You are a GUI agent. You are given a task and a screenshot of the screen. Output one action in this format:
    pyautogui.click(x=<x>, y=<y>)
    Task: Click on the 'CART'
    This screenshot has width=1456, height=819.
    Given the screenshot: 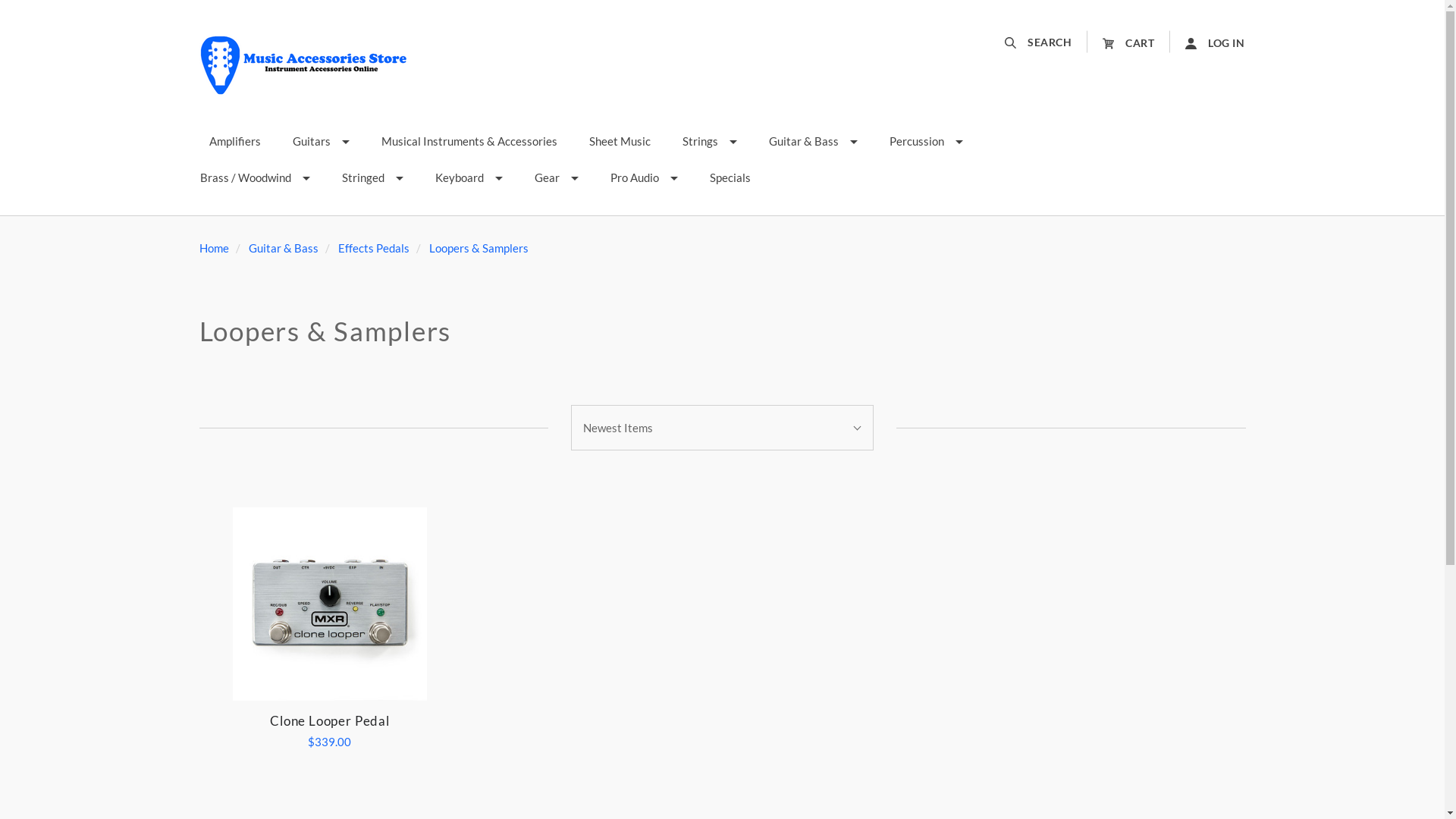 What is the action you would take?
    pyautogui.click(x=1128, y=42)
    